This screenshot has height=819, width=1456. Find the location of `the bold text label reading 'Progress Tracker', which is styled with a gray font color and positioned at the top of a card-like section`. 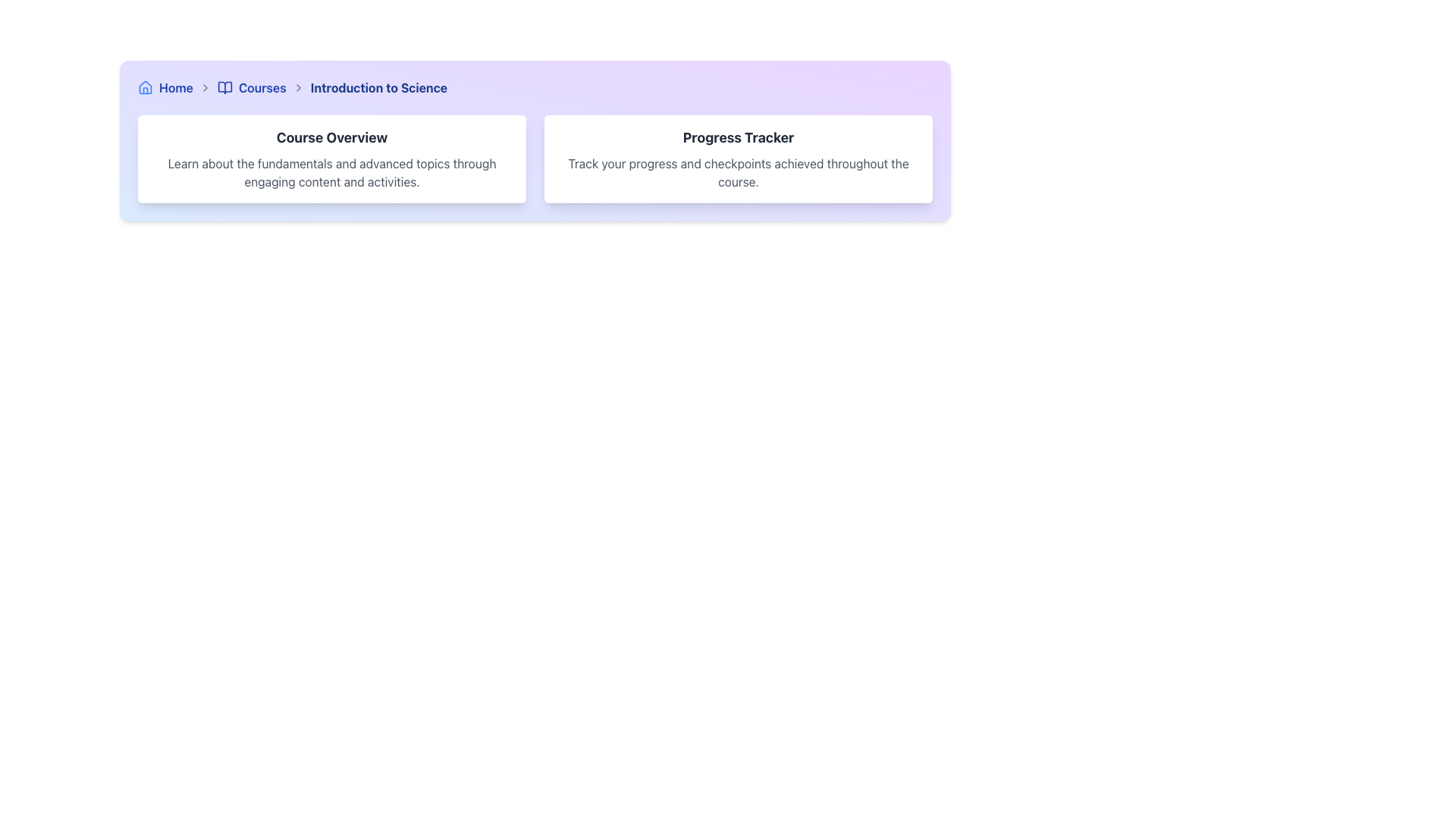

the bold text label reading 'Progress Tracker', which is styled with a gray font color and positioned at the top of a card-like section is located at coordinates (739, 137).